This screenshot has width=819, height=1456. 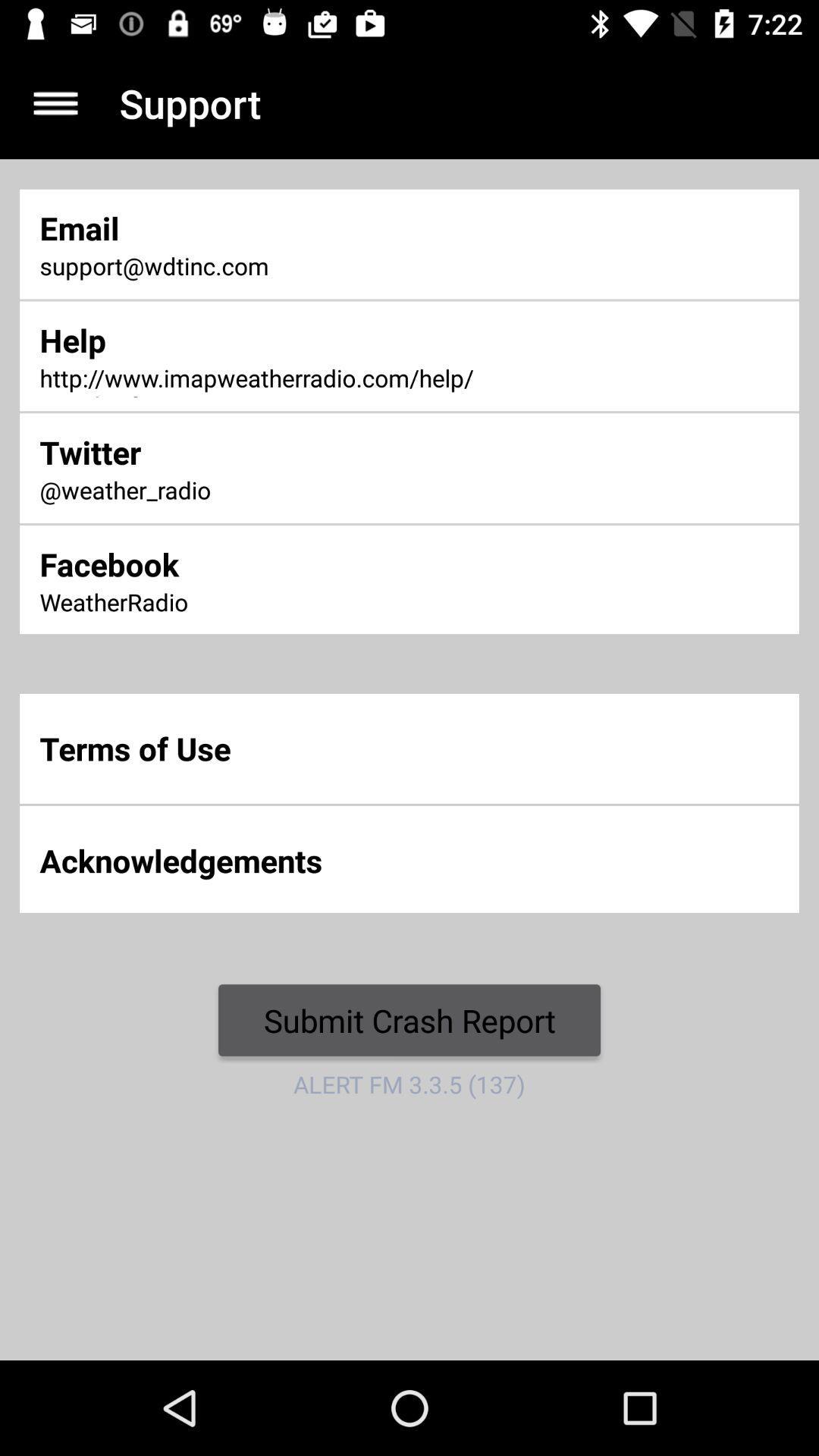 I want to click on the menu icon, so click(x=55, y=102).